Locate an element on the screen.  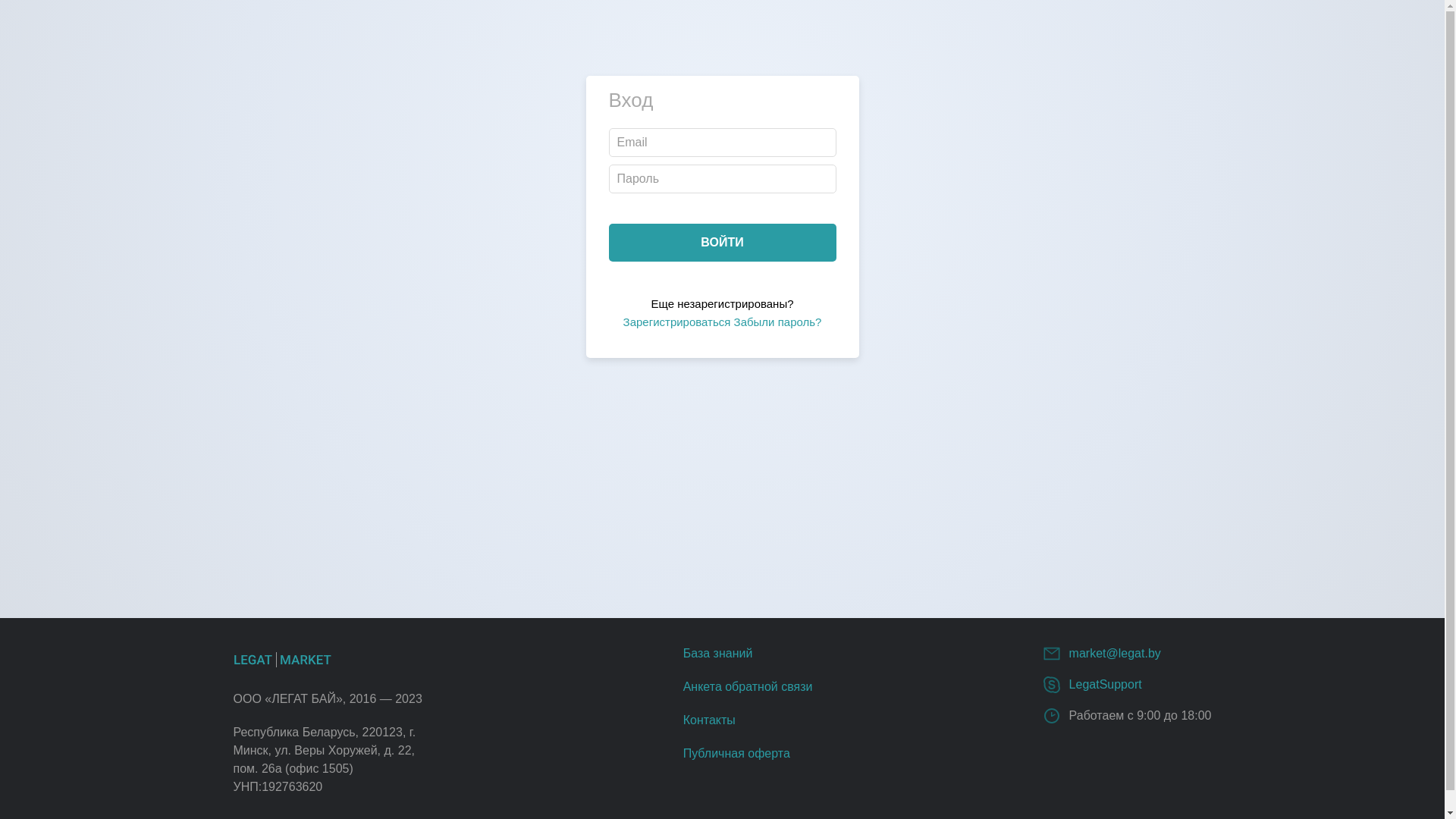
'LegatSupport' is located at coordinates (1106, 684).